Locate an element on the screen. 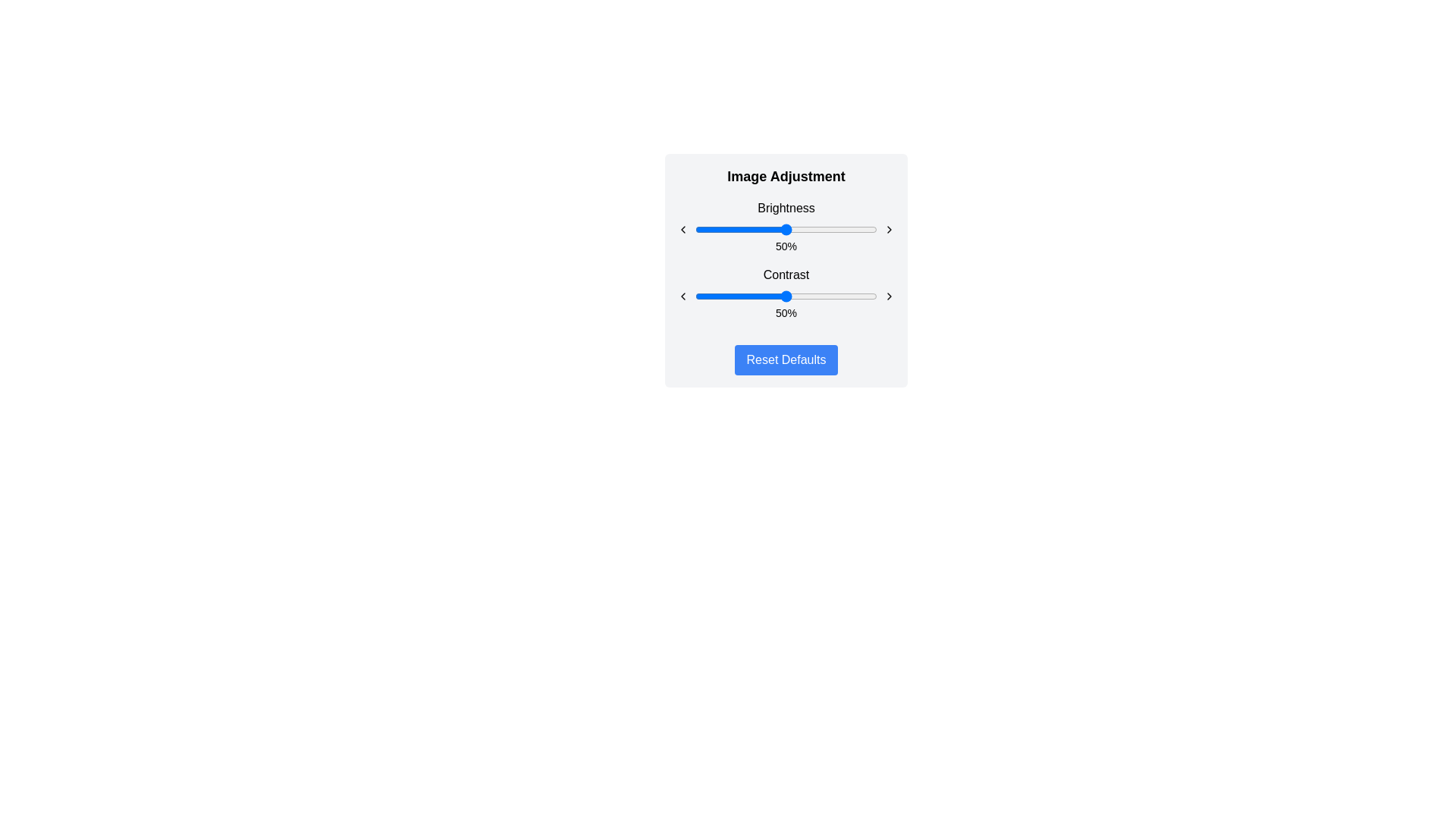 This screenshot has height=819, width=1456. brightness is located at coordinates (795, 230).